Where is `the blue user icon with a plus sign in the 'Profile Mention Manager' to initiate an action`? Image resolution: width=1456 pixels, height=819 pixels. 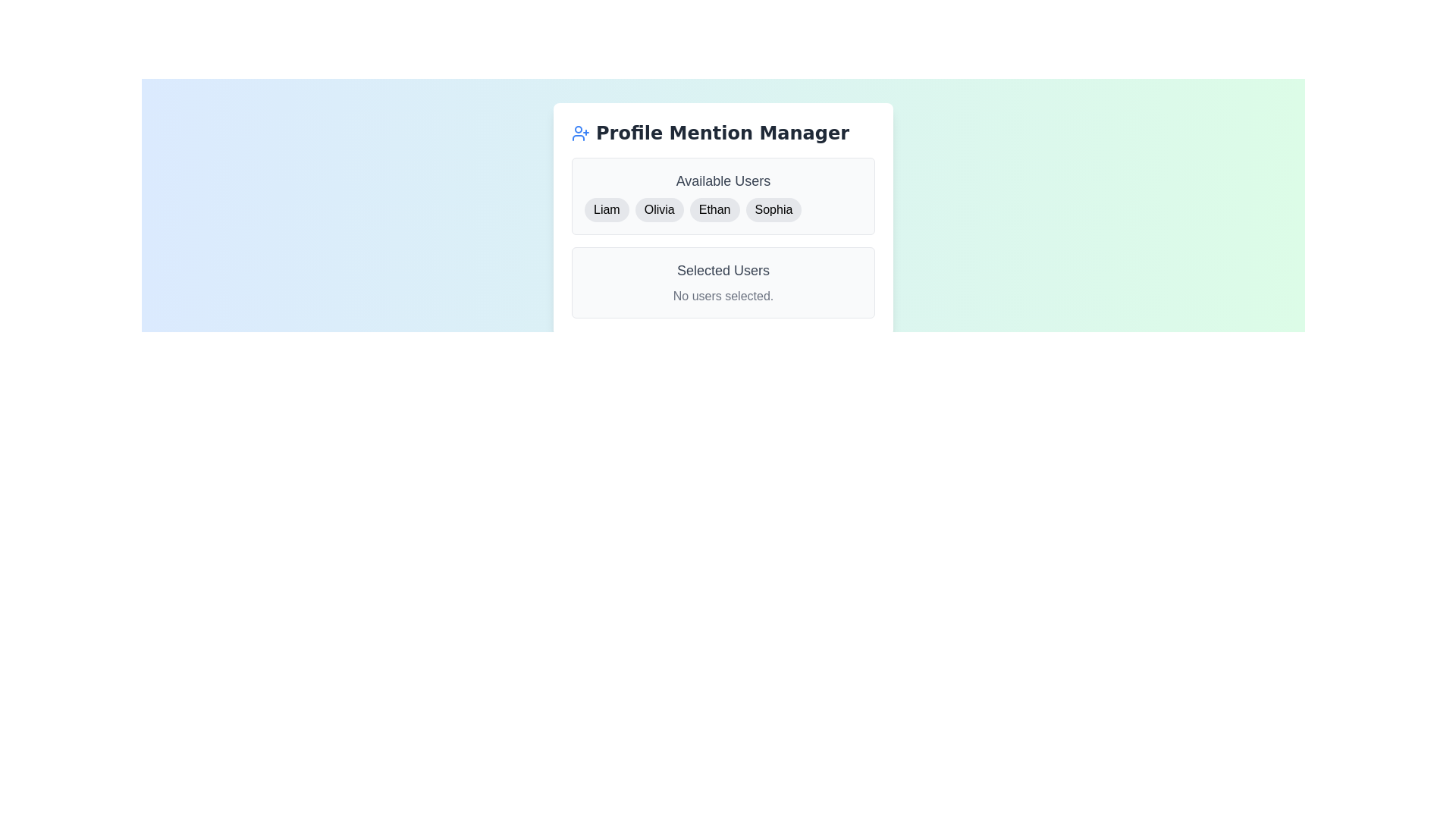
the blue user icon with a plus sign in the 'Profile Mention Manager' to initiate an action is located at coordinates (580, 133).